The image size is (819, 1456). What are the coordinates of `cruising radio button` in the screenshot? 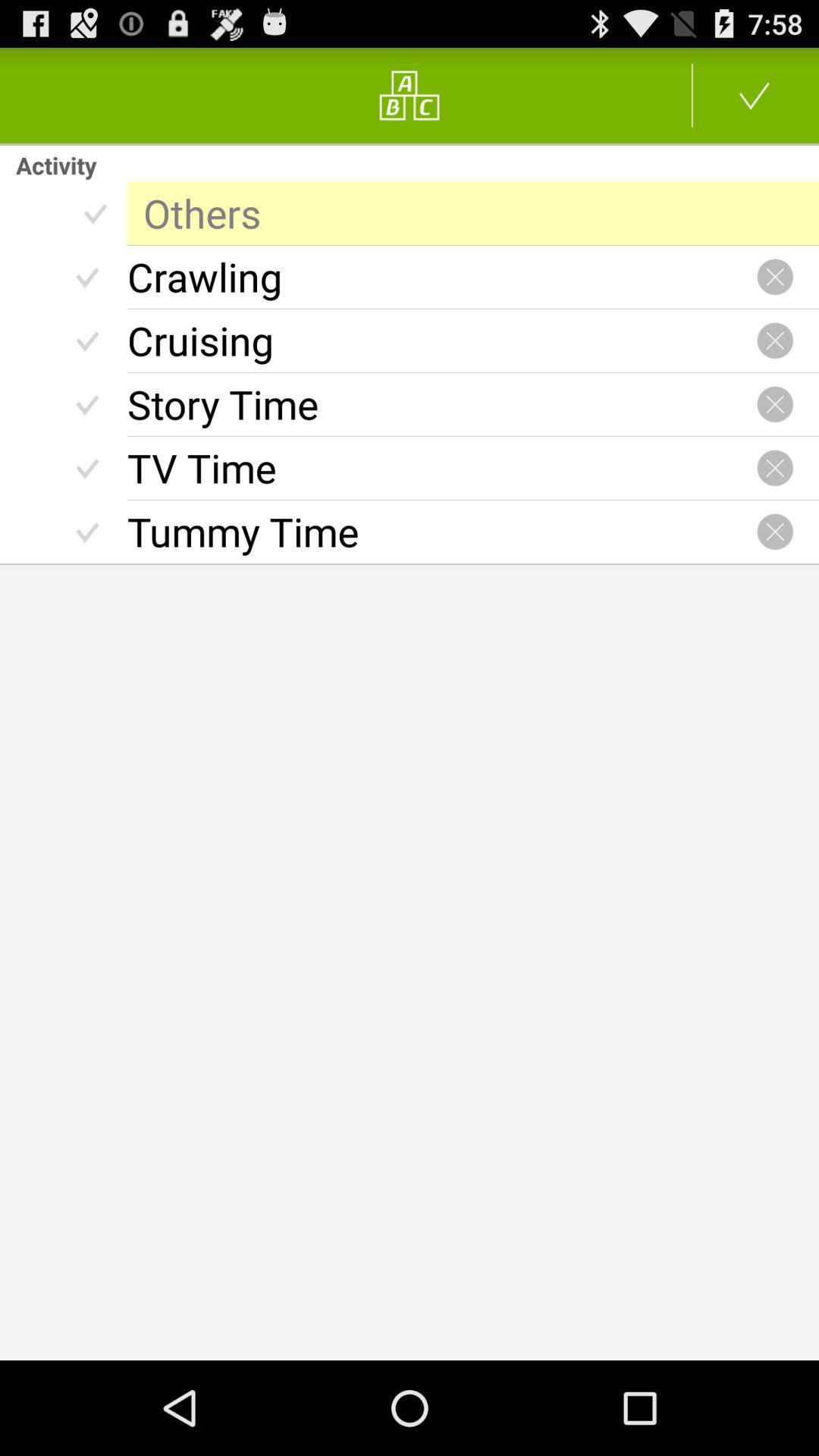 It's located at (441, 340).